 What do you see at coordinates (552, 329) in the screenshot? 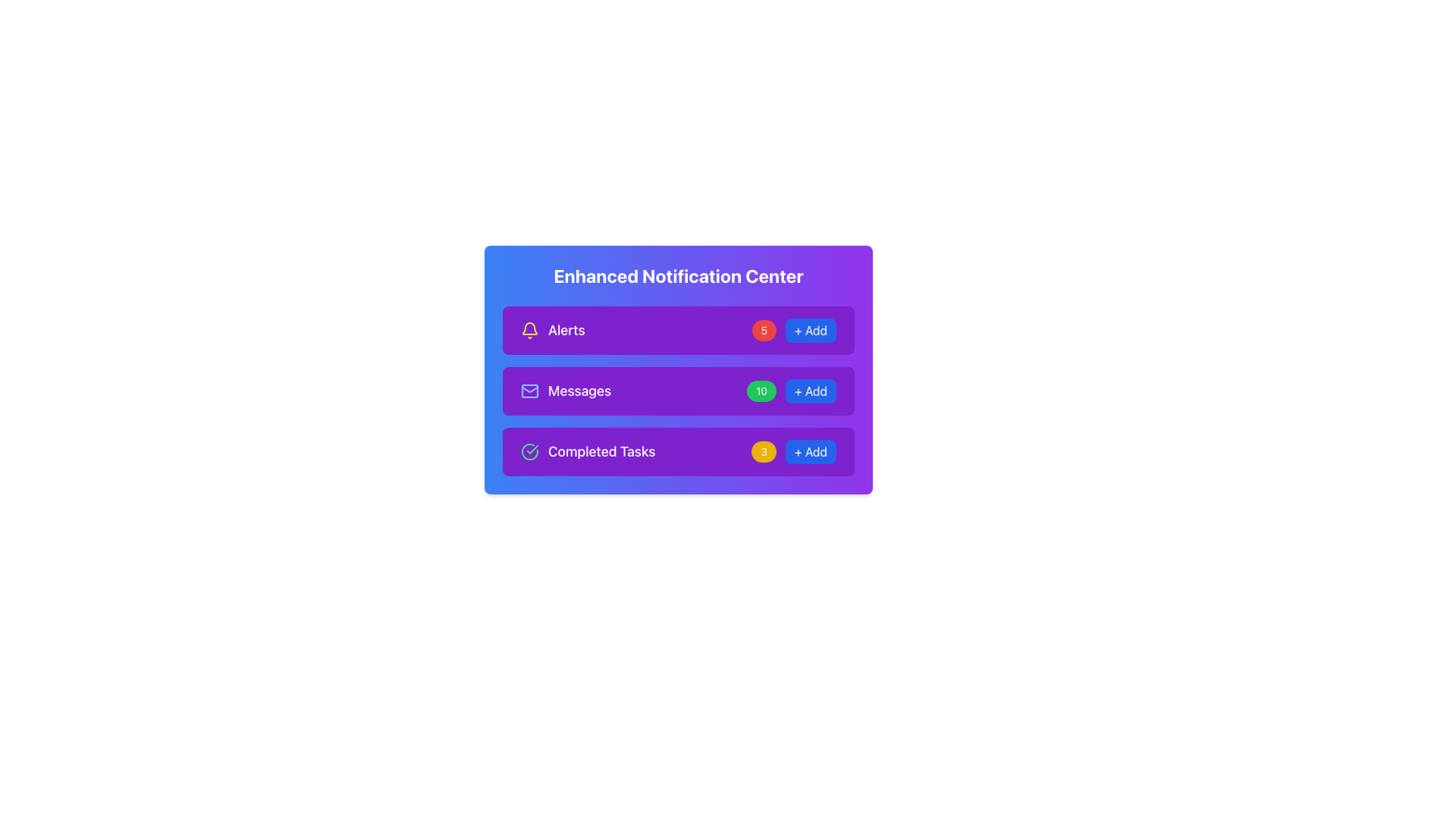
I see `the 'Alerts' text label in the notification center` at bounding box center [552, 329].